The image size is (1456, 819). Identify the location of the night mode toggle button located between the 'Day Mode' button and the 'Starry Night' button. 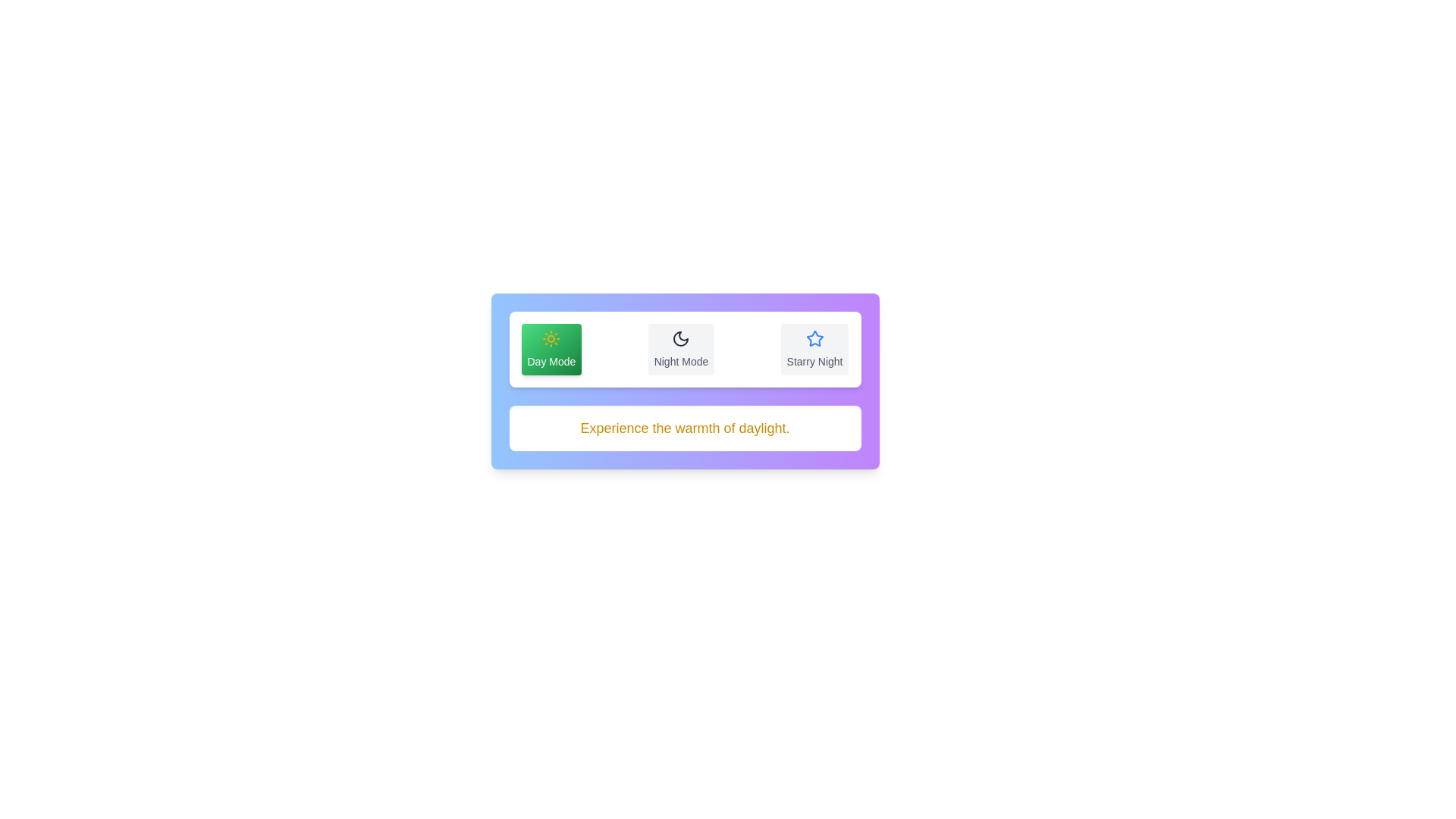
(680, 350).